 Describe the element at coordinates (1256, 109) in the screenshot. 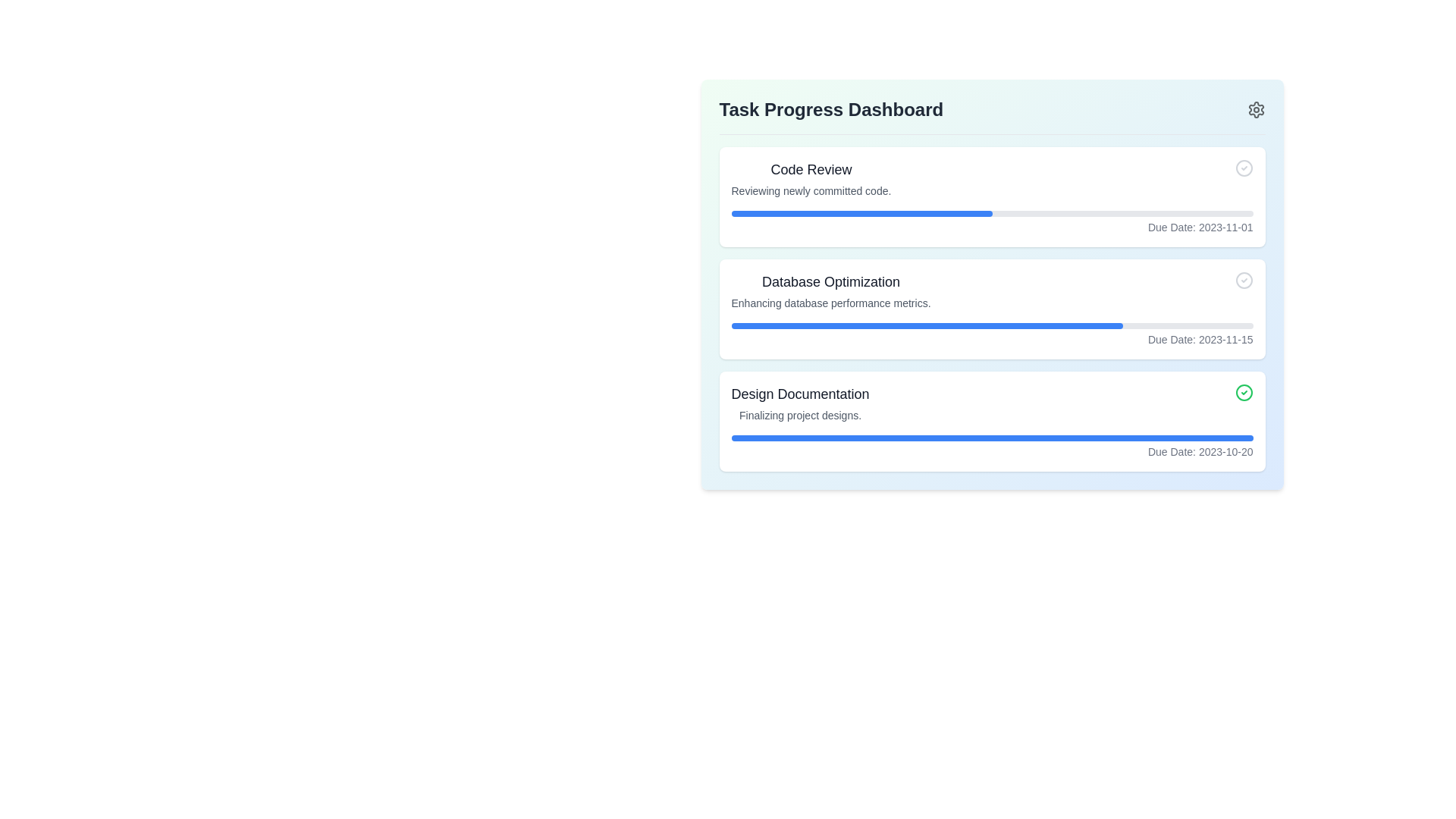

I see `the settings SVG icon located in the top-right corner of the Task Progress Dashboard` at that location.